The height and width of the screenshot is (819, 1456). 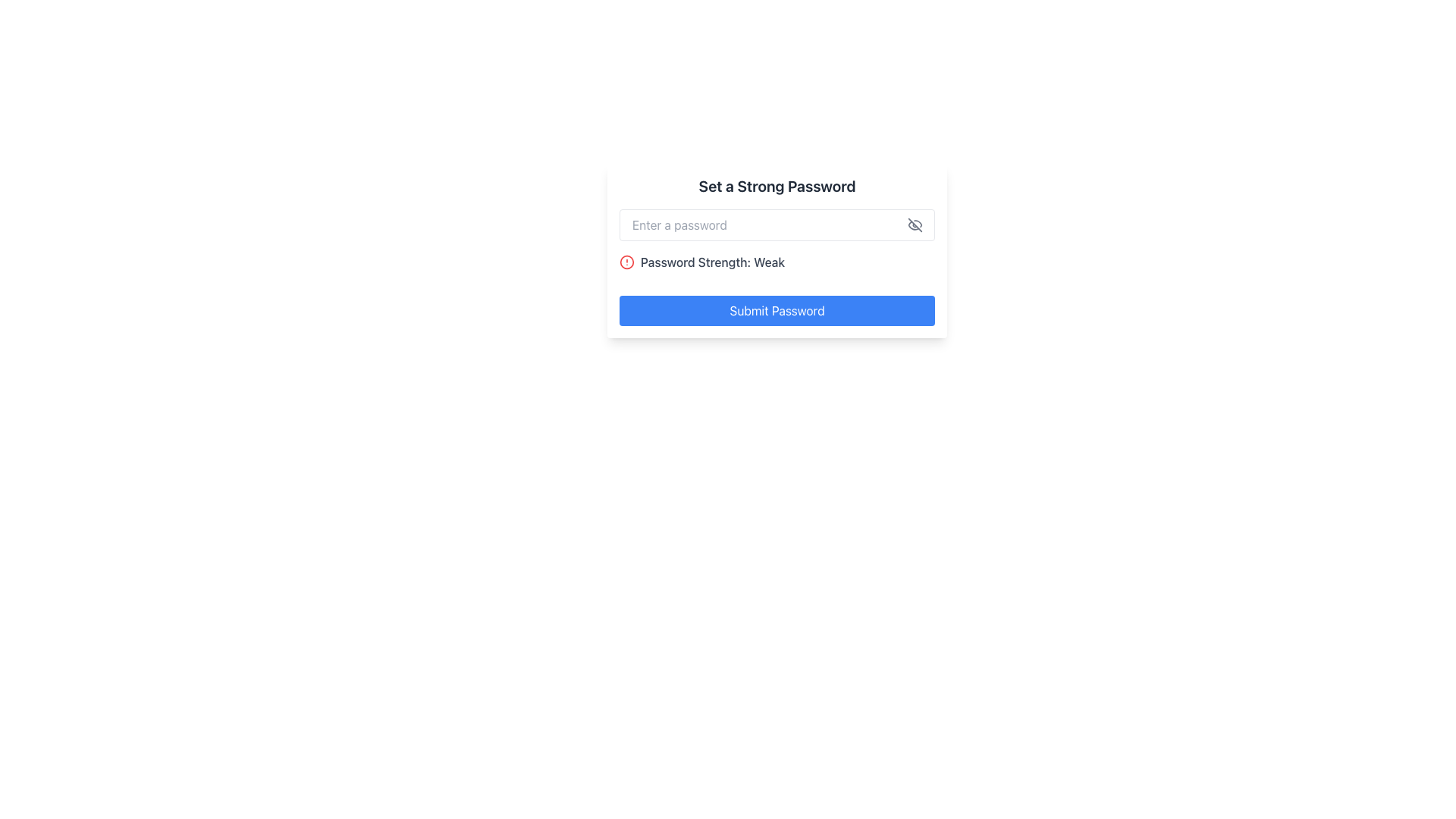 I want to click on the circular icon with a red border that indicates a weak password, located immediately to the left of the text 'Password Strength: Weak' in the form interface, so click(x=626, y=262).